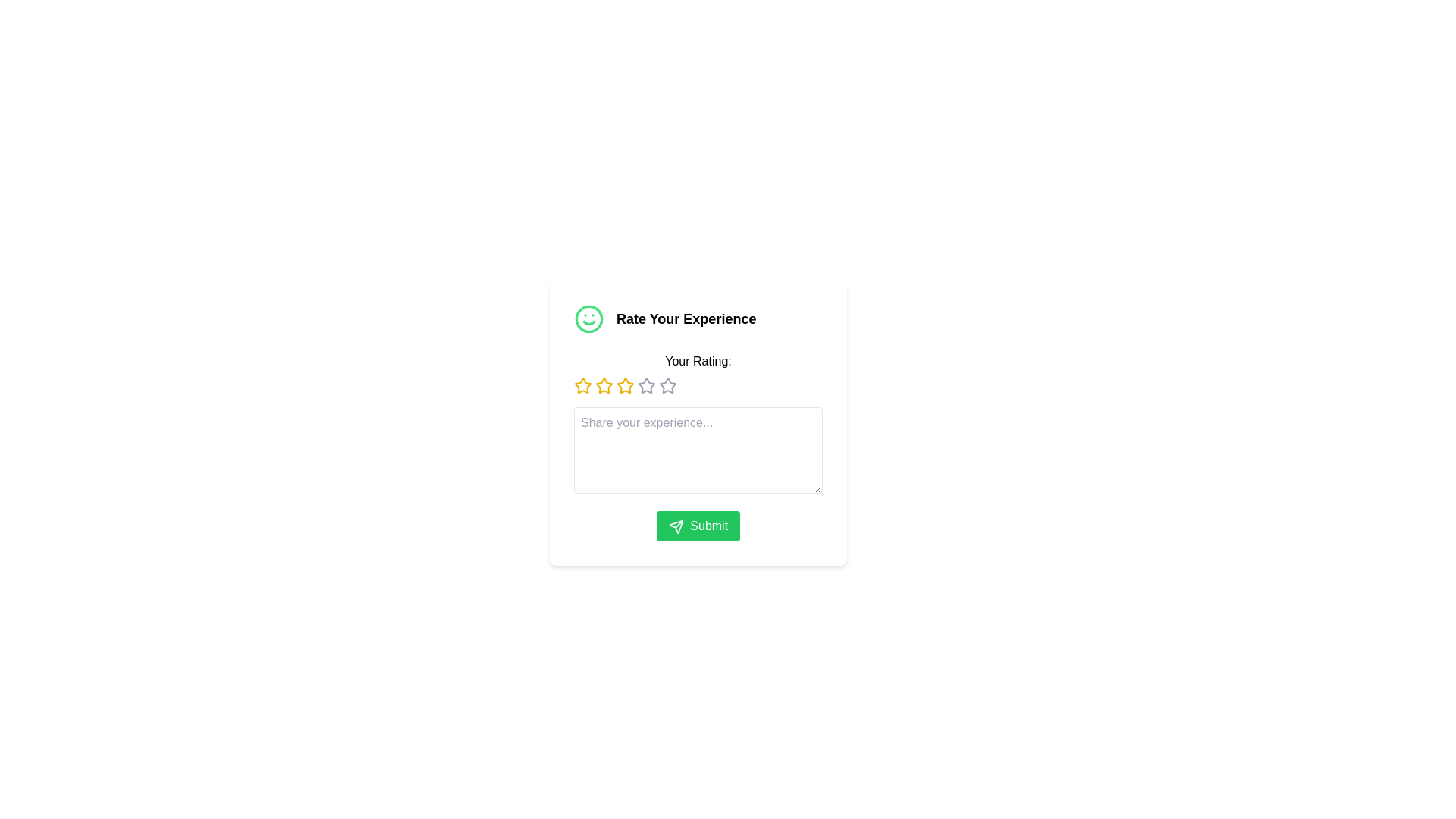  Describe the element at coordinates (647, 384) in the screenshot. I see `the fourth hollow star icon` at that location.